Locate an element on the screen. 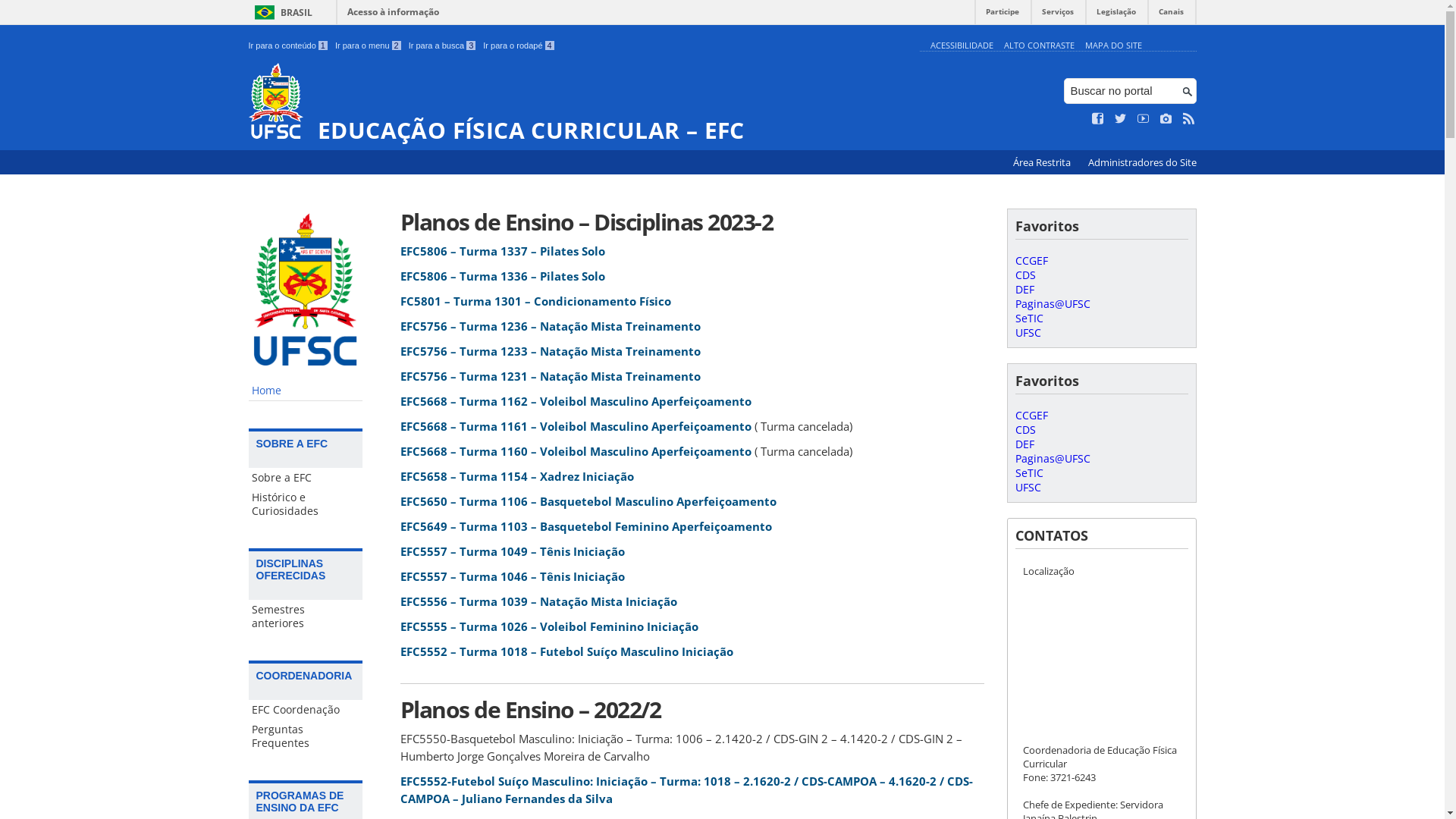 Image resolution: width=1456 pixels, height=819 pixels. 'UFSC' is located at coordinates (1027, 331).